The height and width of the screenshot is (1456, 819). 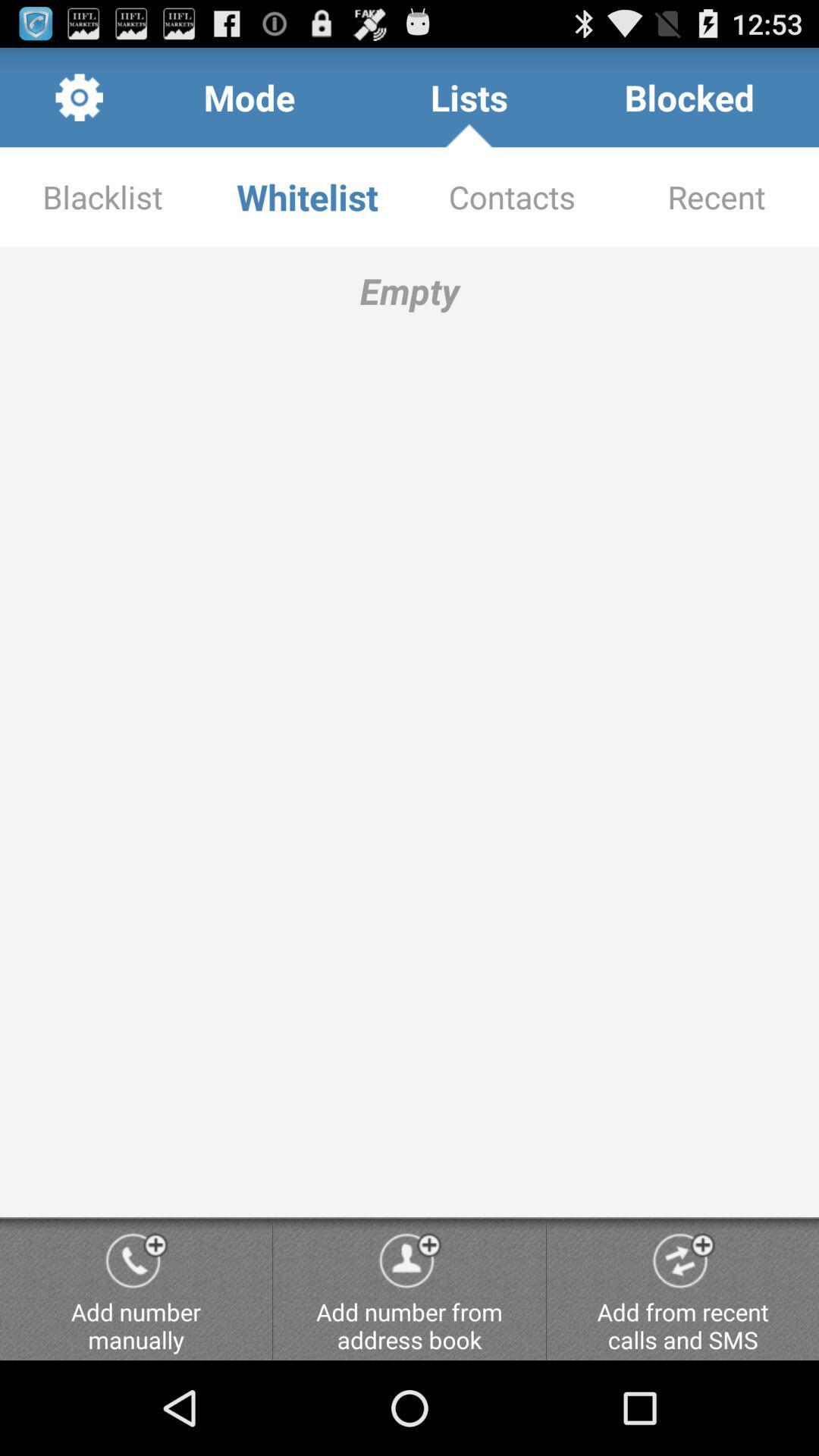 What do you see at coordinates (512, 196) in the screenshot?
I see `contacts item` at bounding box center [512, 196].